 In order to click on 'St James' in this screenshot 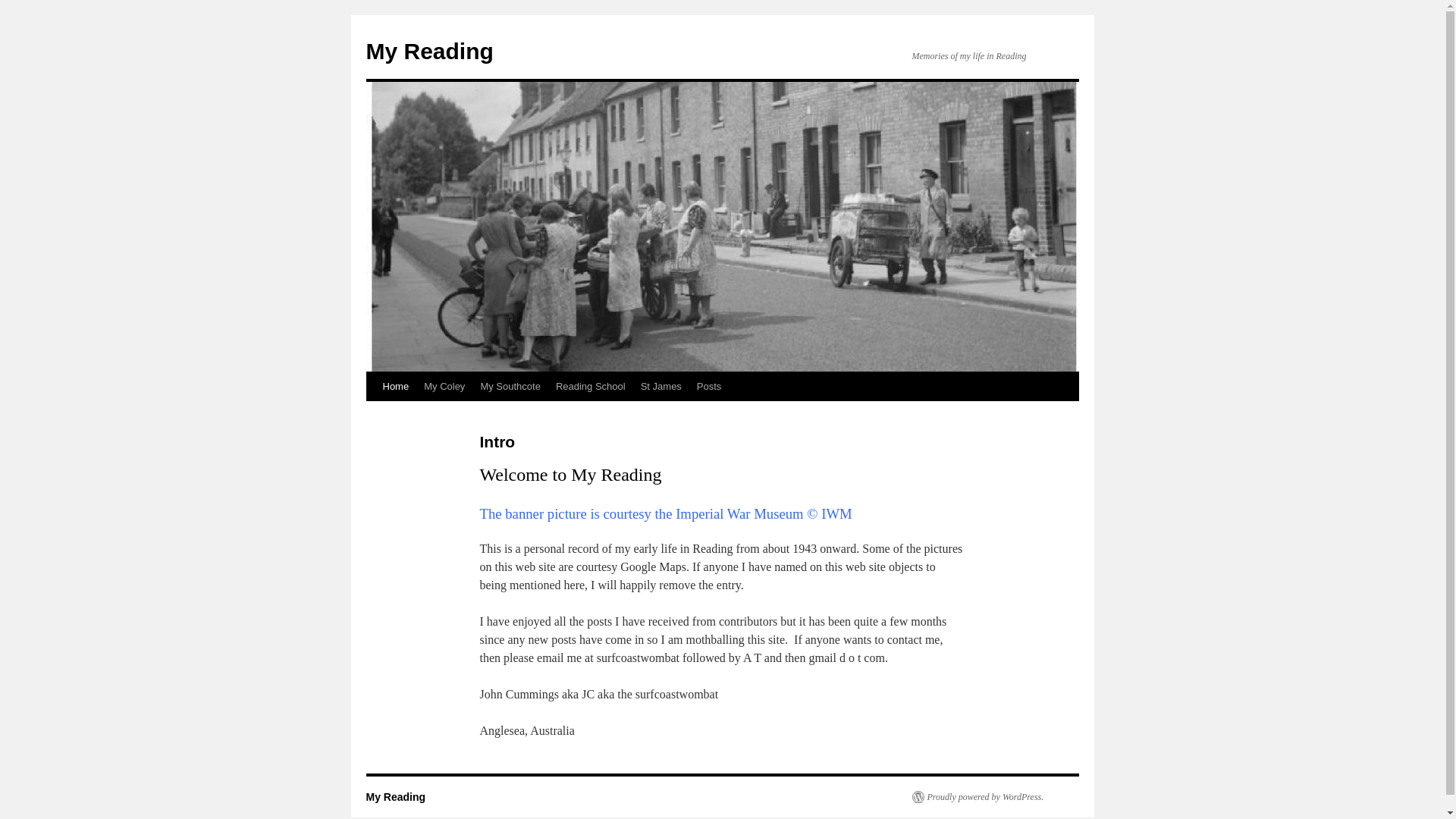, I will do `click(661, 385)`.